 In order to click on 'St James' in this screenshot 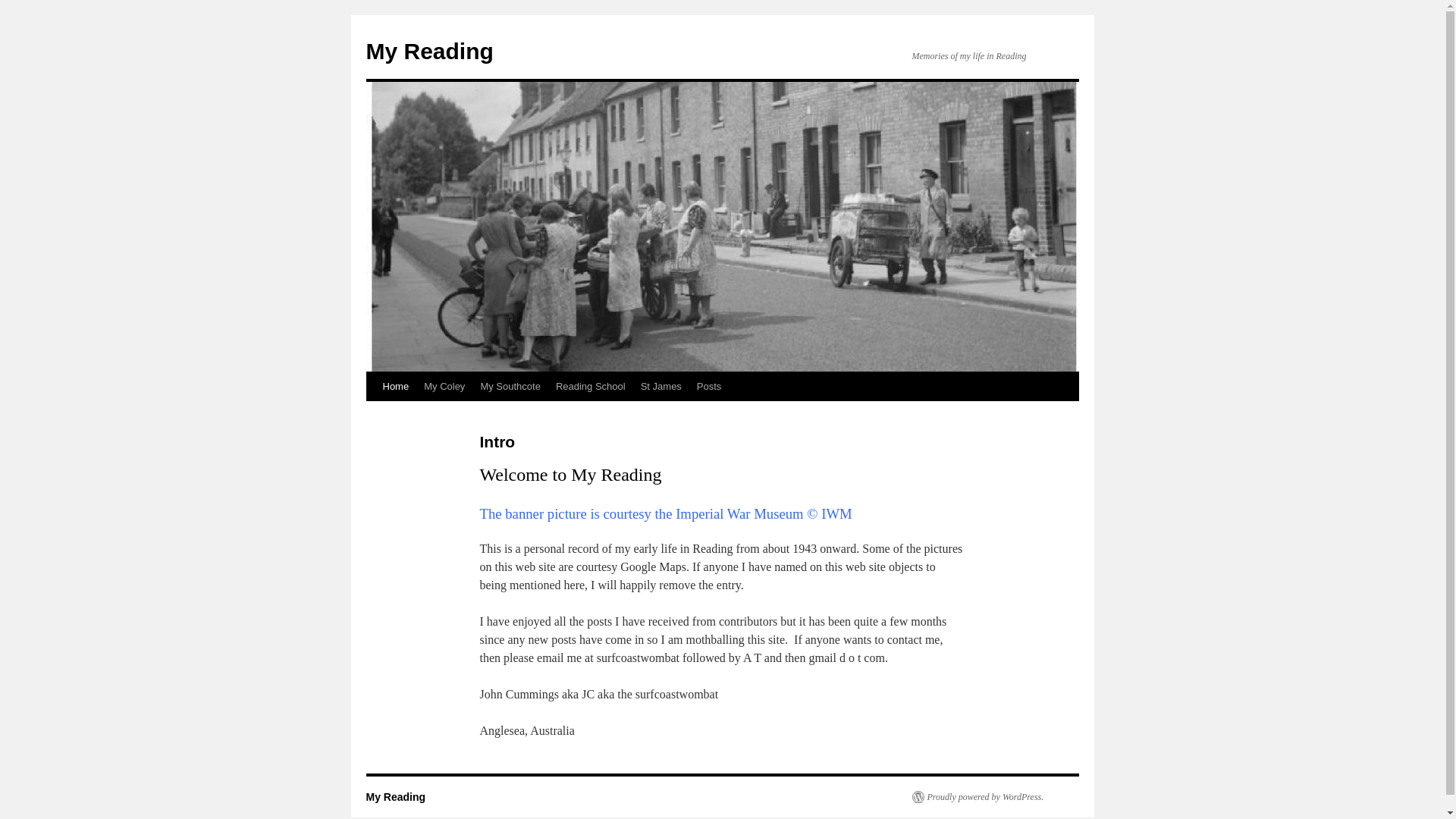, I will do `click(661, 385)`.